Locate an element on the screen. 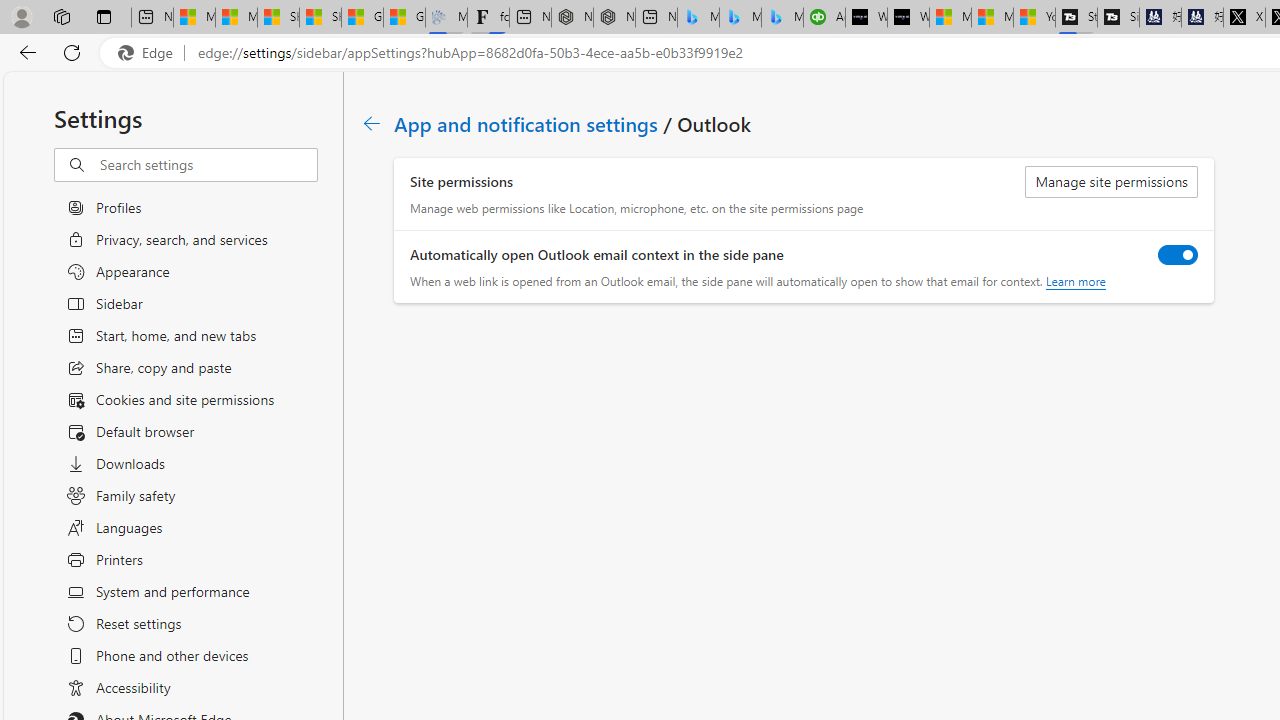  'Microsoft Bing Travel - Stays in Bangkok, Bangkok, Thailand' is located at coordinates (739, 17).